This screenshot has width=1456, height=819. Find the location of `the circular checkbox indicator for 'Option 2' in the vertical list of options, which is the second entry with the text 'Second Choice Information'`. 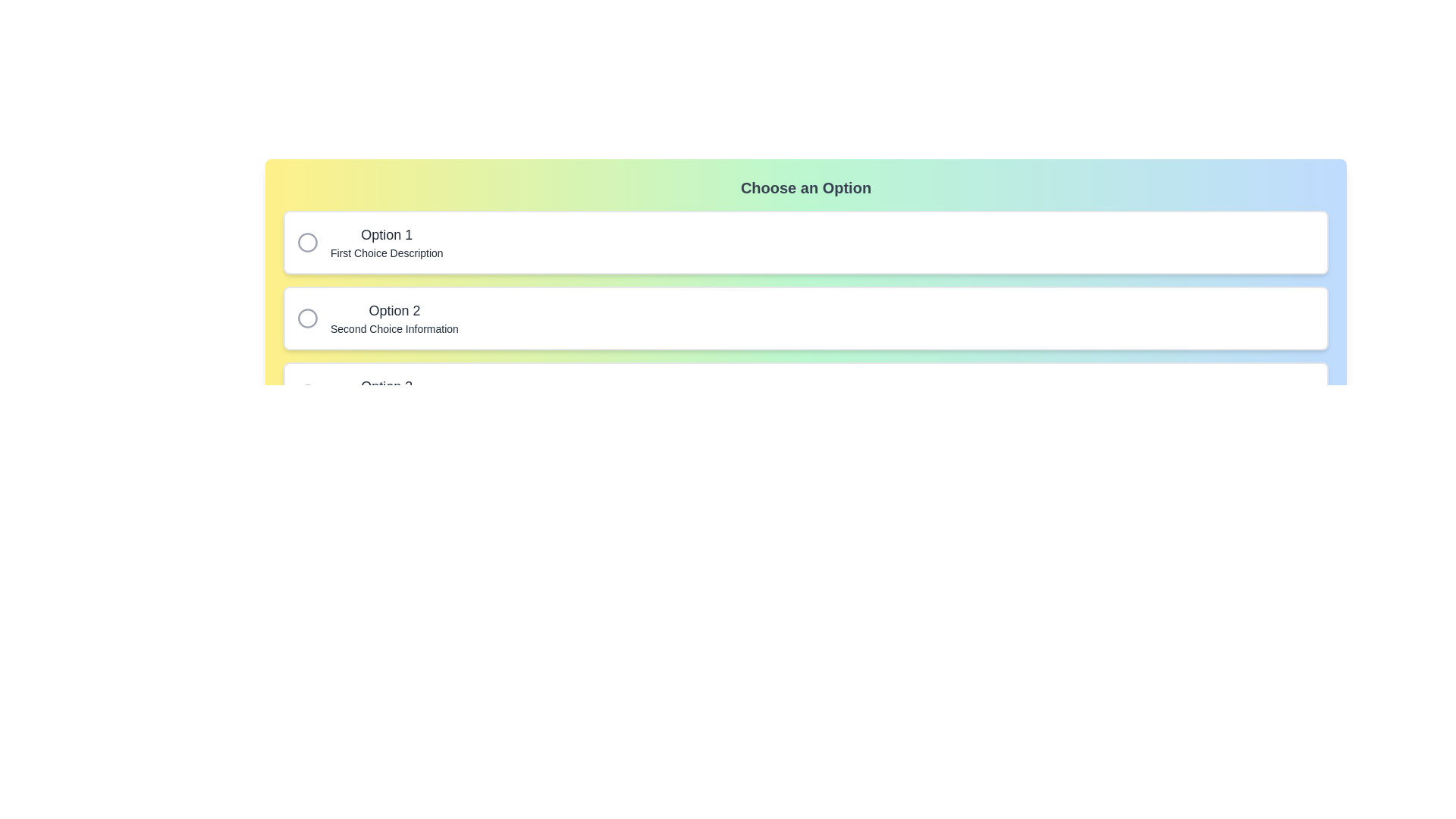

the circular checkbox indicator for 'Option 2' in the vertical list of options, which is the second entry with the text 'Second Choice Information' is located at coordinates (307, 318).